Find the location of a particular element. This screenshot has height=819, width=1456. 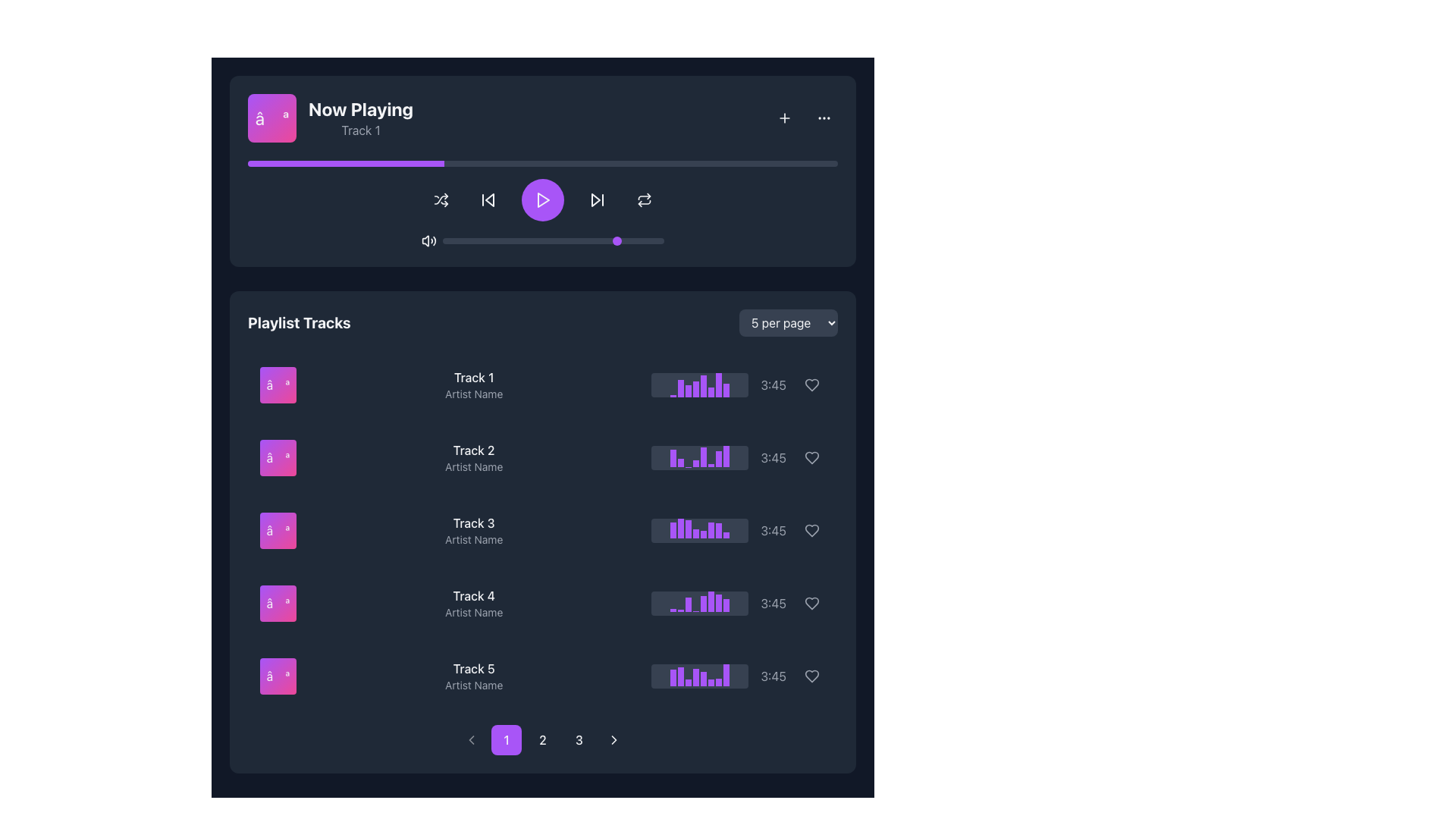

the musical note icon which is centrally placed within the purple gradient square icon for track 4 in the 'Playlist Tracks' section is located at coordinates (278, 602).